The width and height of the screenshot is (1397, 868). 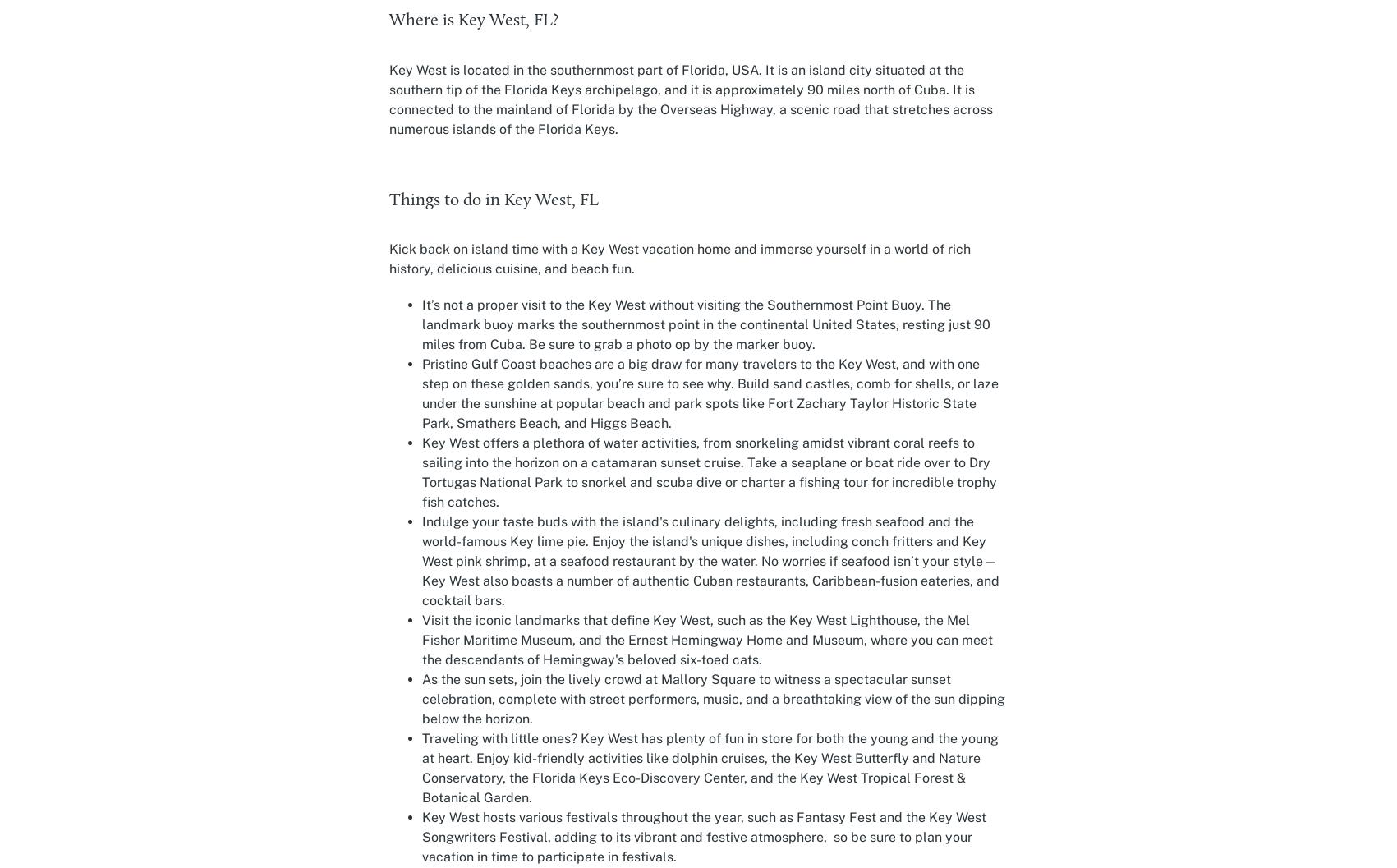 What do you see at coordinates (679, 259) in the screenshot?
I see `'Kick back on island time with a Key West vacation home and immerse yourself in a world of rich history, delicious cuisine, and beach fun.'` at bounding box center [679, 259].